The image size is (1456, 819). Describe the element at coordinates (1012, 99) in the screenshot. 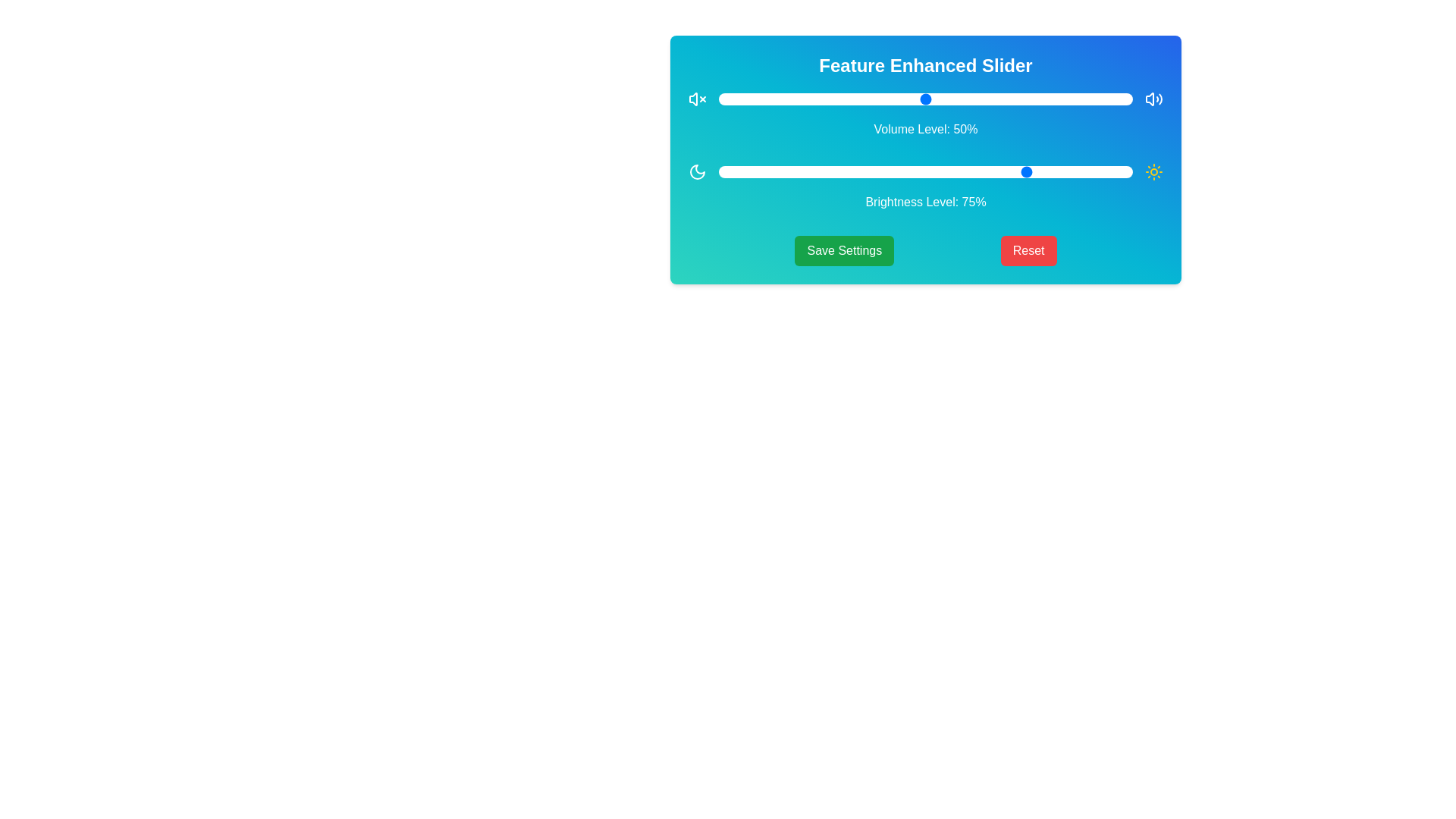

I see `volume` at that location.